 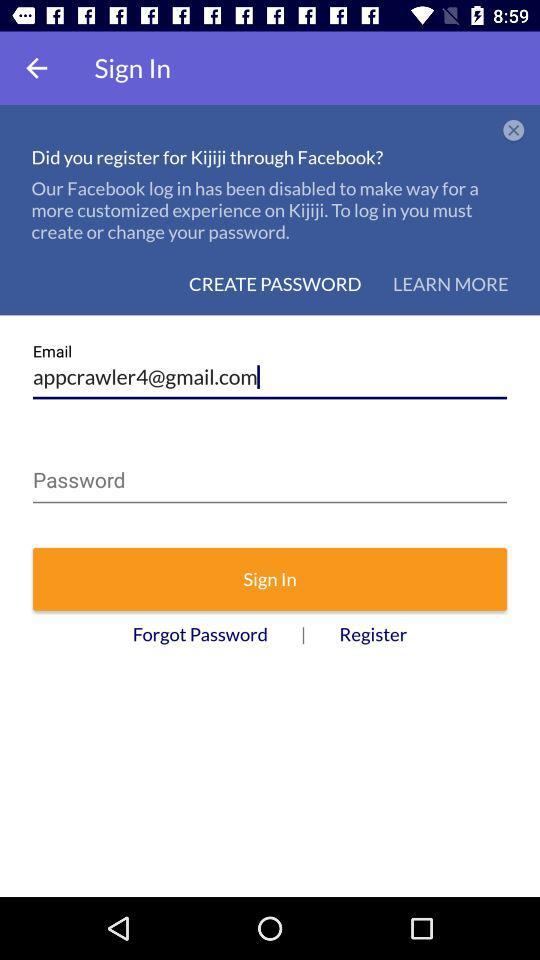 I want to click on the icon next to did you register icon, so click(x=513, y=130).